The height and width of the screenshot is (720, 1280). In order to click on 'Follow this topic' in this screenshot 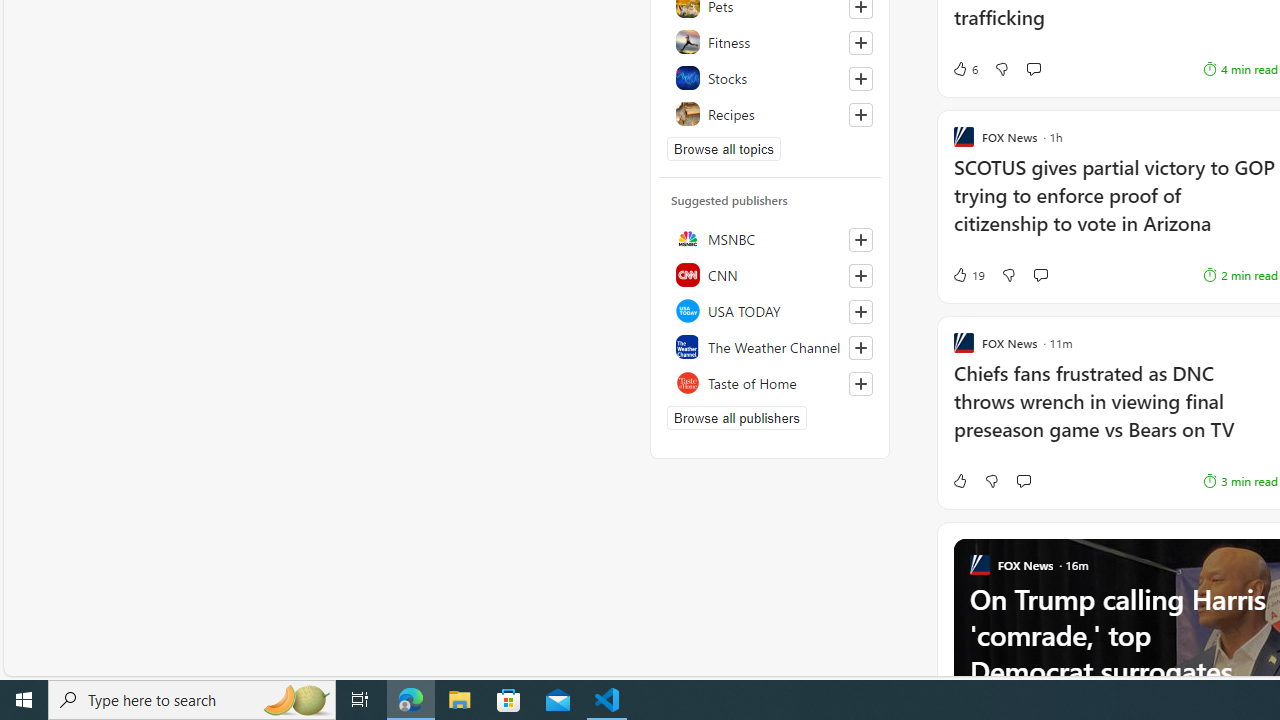, I will do `click(860, 114)`.